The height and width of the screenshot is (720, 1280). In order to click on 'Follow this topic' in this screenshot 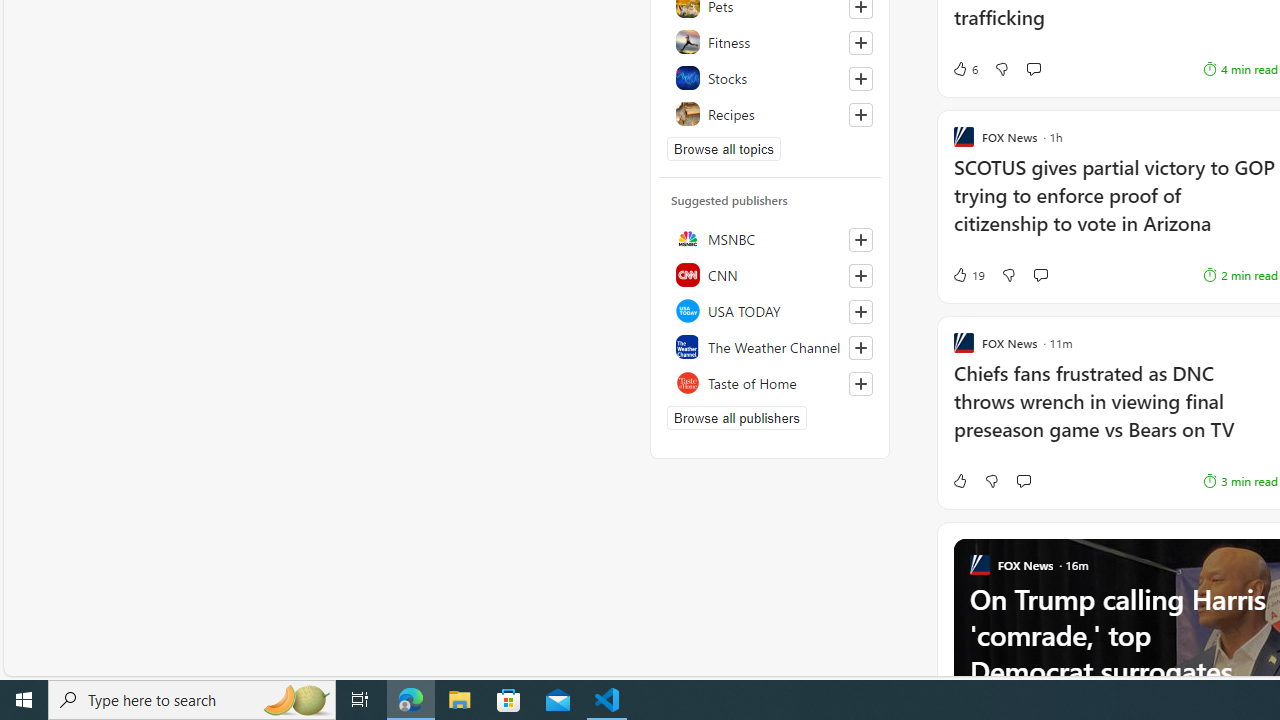, I will do `click(860, 114)`.